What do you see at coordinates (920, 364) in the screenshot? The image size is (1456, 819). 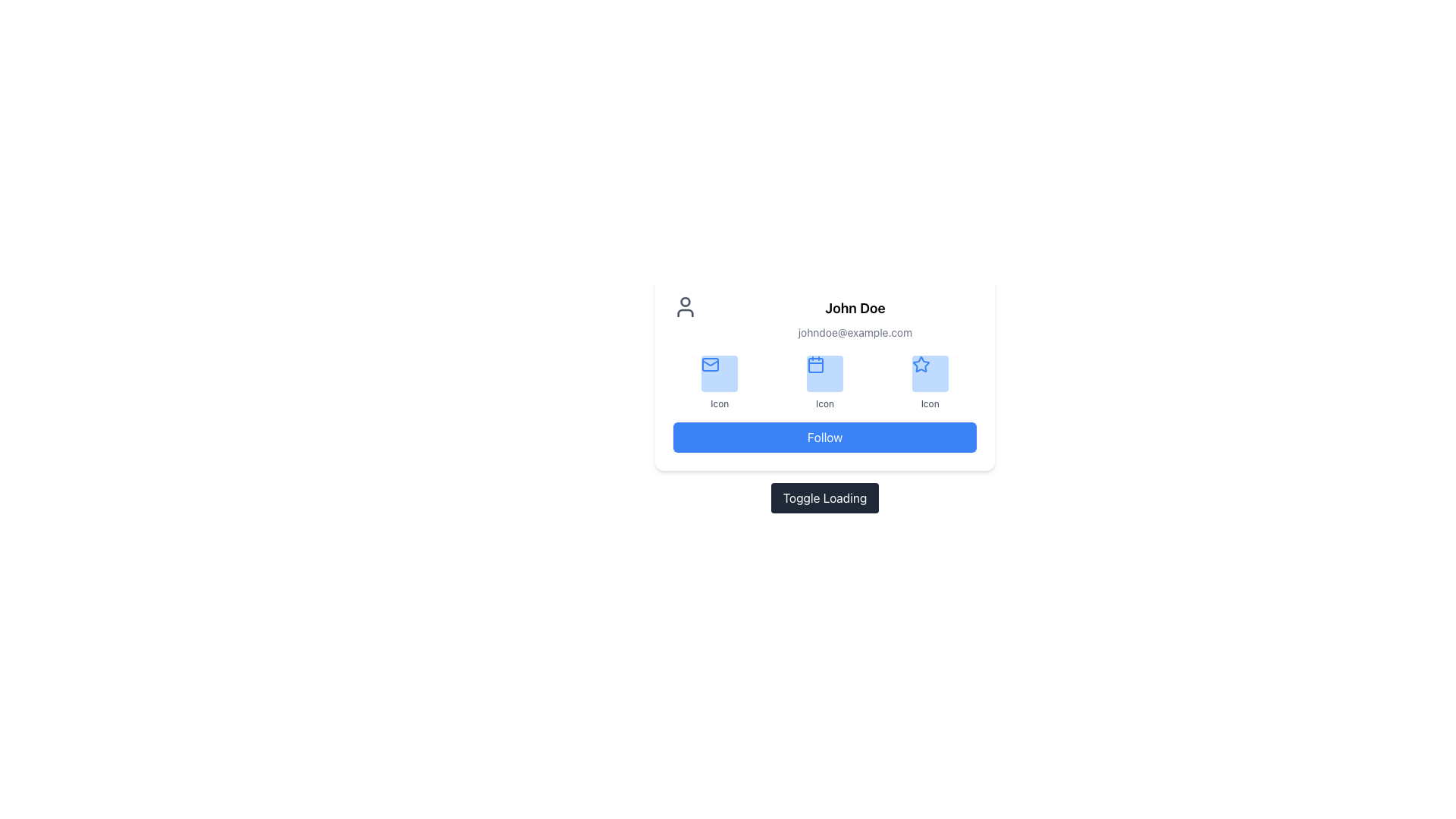 I see `the third icon in the horizontal sequence located beneath the user's details` at bounding box center [920, 364].